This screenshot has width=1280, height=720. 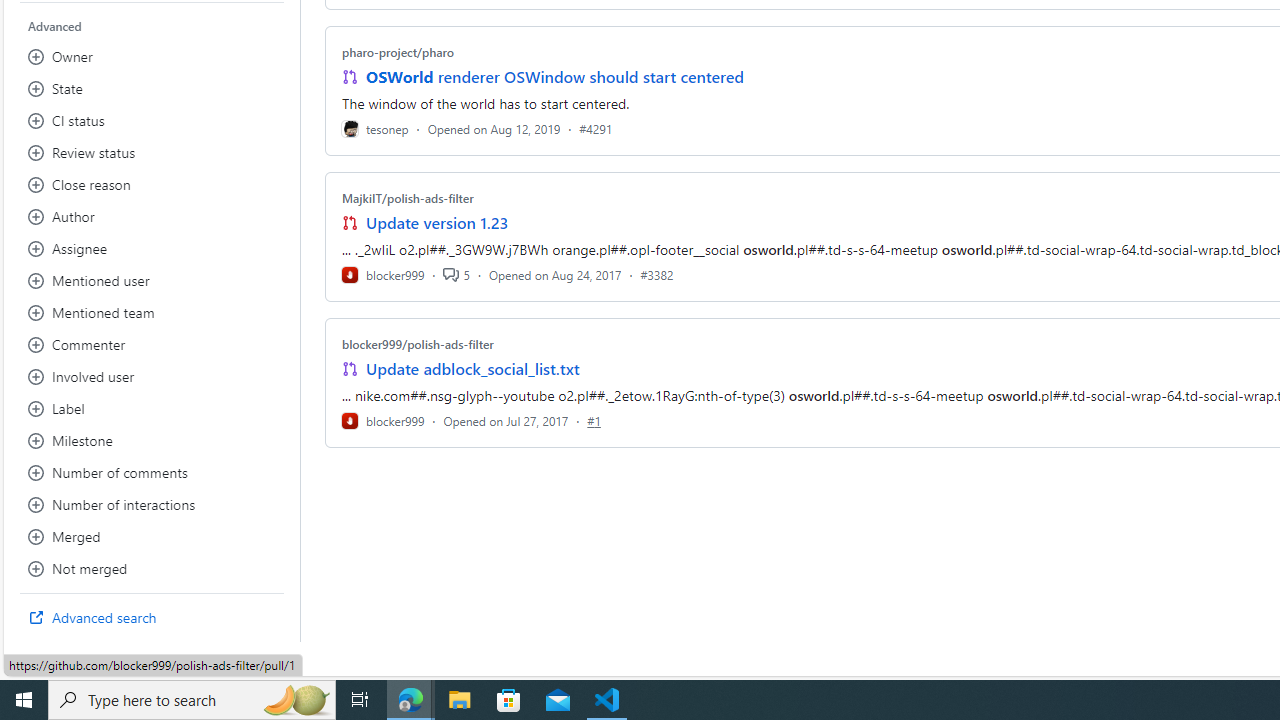 What do you see at coordinates (455, 274) in the screenshot?
I see `'5'` at bounding box center [455, 274].